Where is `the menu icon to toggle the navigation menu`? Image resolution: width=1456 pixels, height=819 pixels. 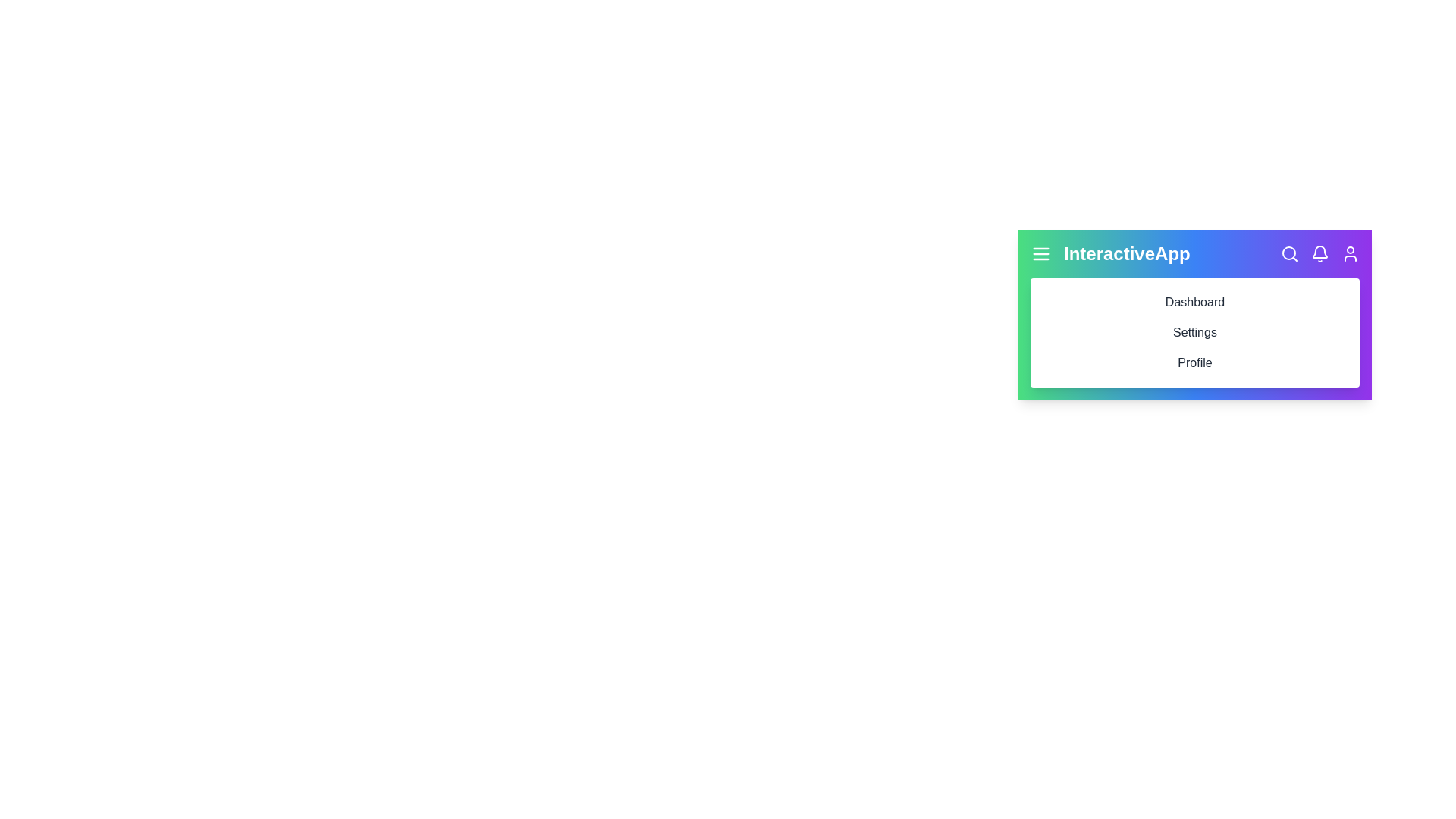 the menu icon to toggle the navigation menu is located at coordinates (1040, 253).